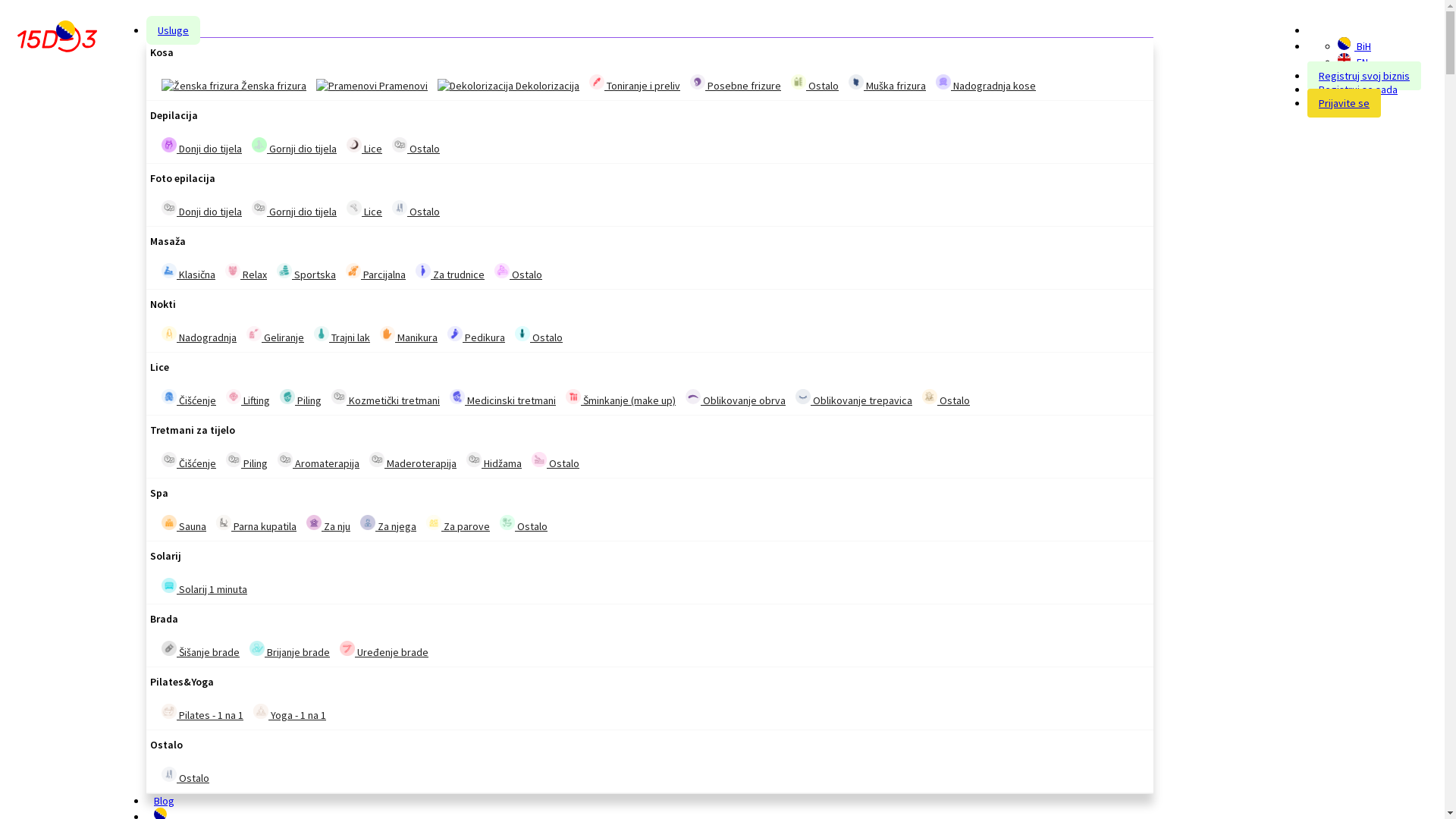 Image resolution: width=1456 pixels, height=819 pixels. I want to click on 'Usluge', so click(173, 30).